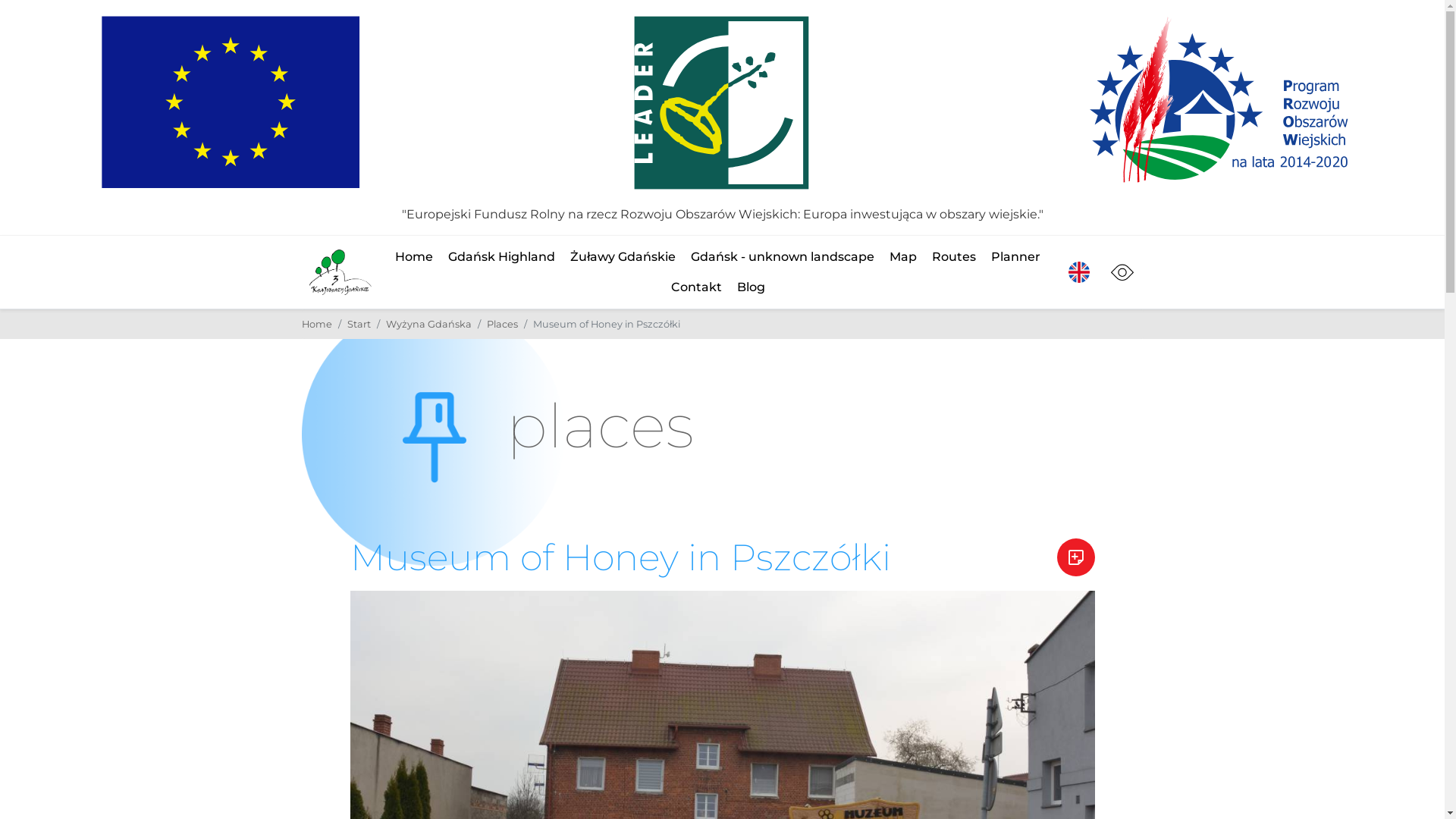 The height and width of the screenshot is (819, 1456). What do you see at coordinates (990, 256) in the screenshot?
I see `'Planner'` at bounding box center [990, 256].